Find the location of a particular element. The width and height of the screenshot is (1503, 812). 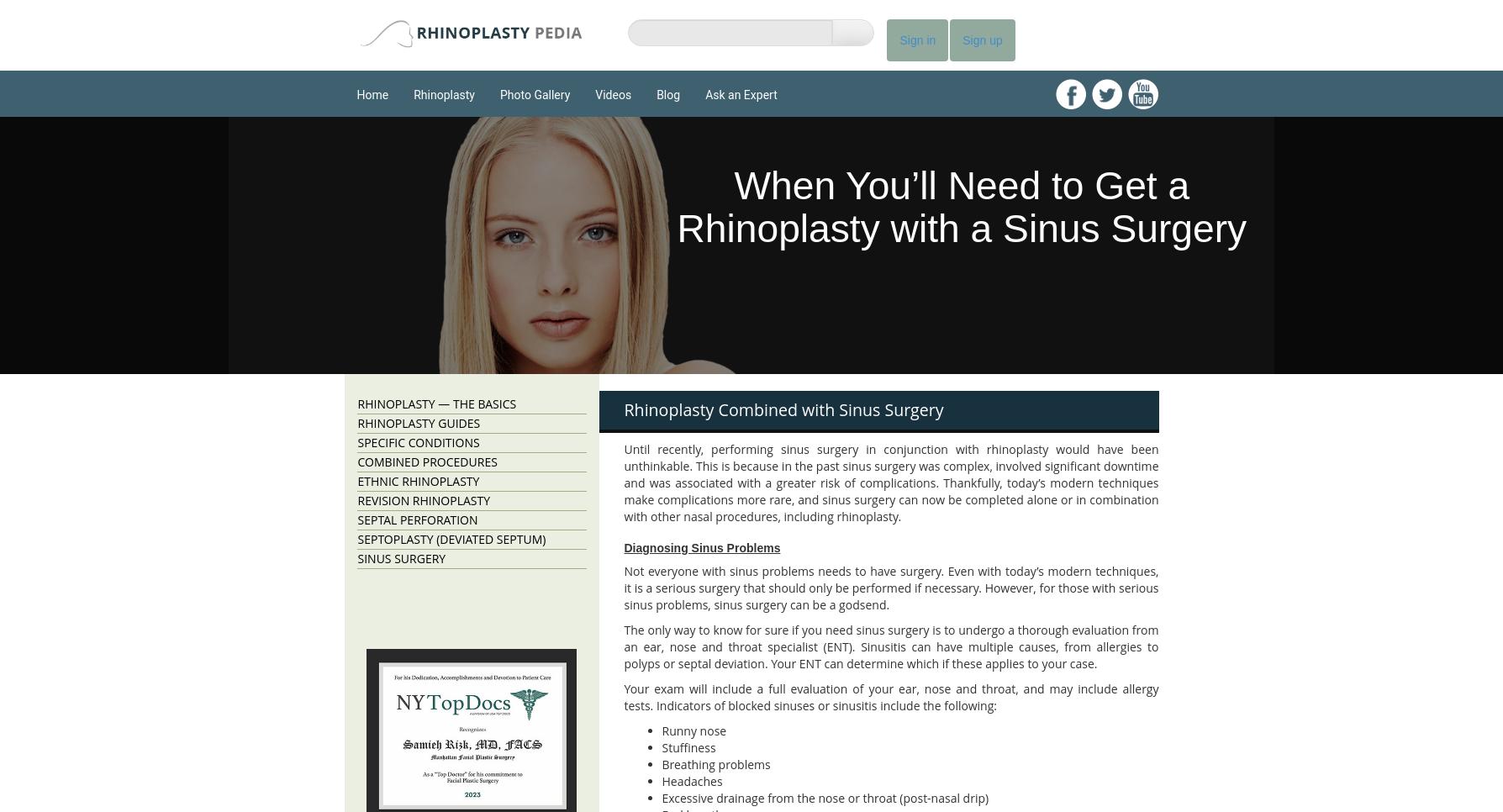

'The only way to know for sure if you need sinus surgery is to undergo a thorough evaluation from an ear, nose and throat specialist (ENT). Sinusitis can have multiple causes, from allergies to polyps or septal deviation. Your ENT can determine which if these applies to your case.' is located at coordinates (890, 646).